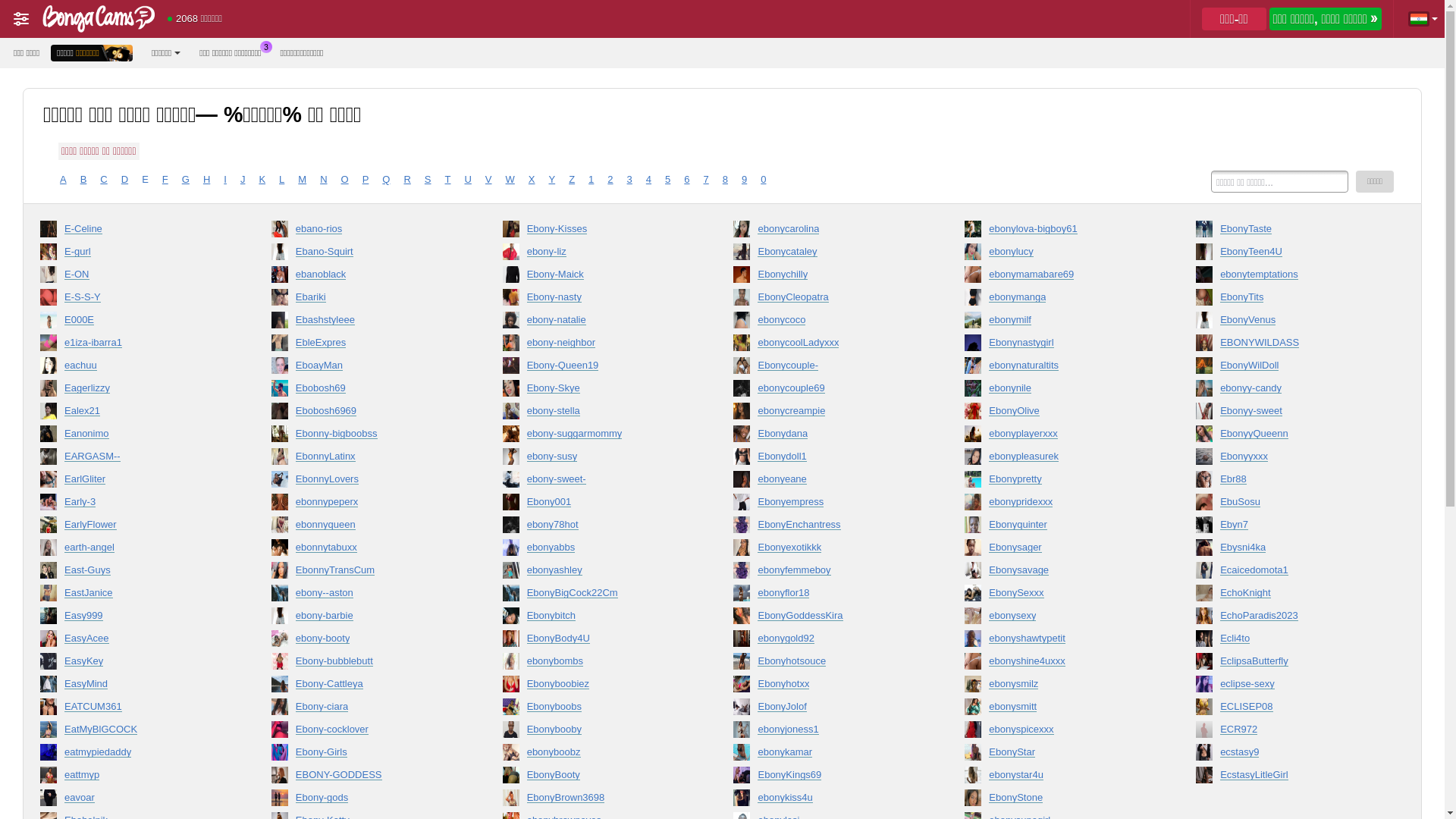 This screenshot has width=1456, height=819. What do you see at coordinates (548, 178) in the screenshot?
I see `'Y'` at bounding box center [548, 178].